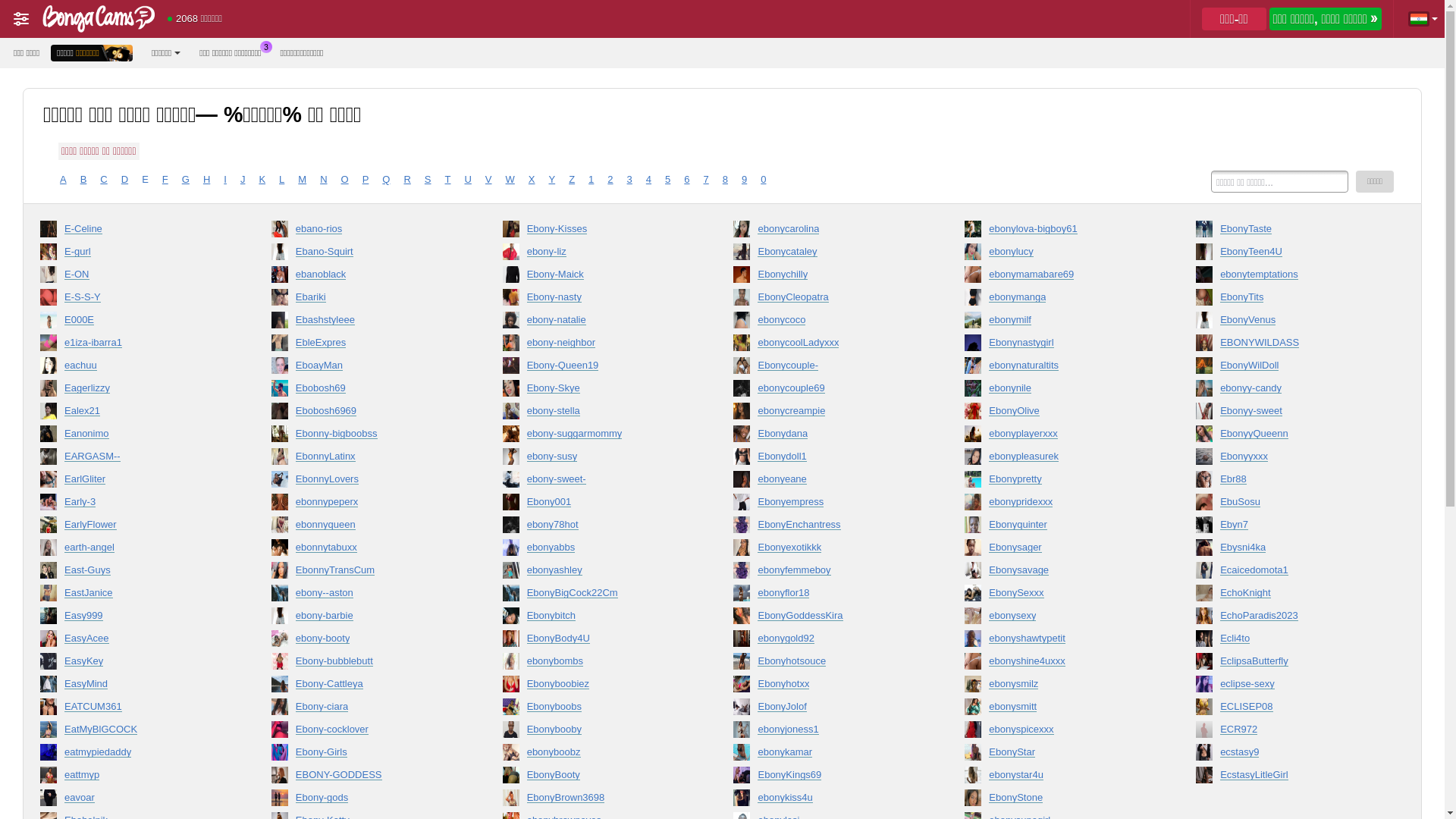 This screenshot has width=1456, height=819. What do you see at coordinates (548, 178) in the screenshot?
I see `'Y'` at bounding box center [548, 178].